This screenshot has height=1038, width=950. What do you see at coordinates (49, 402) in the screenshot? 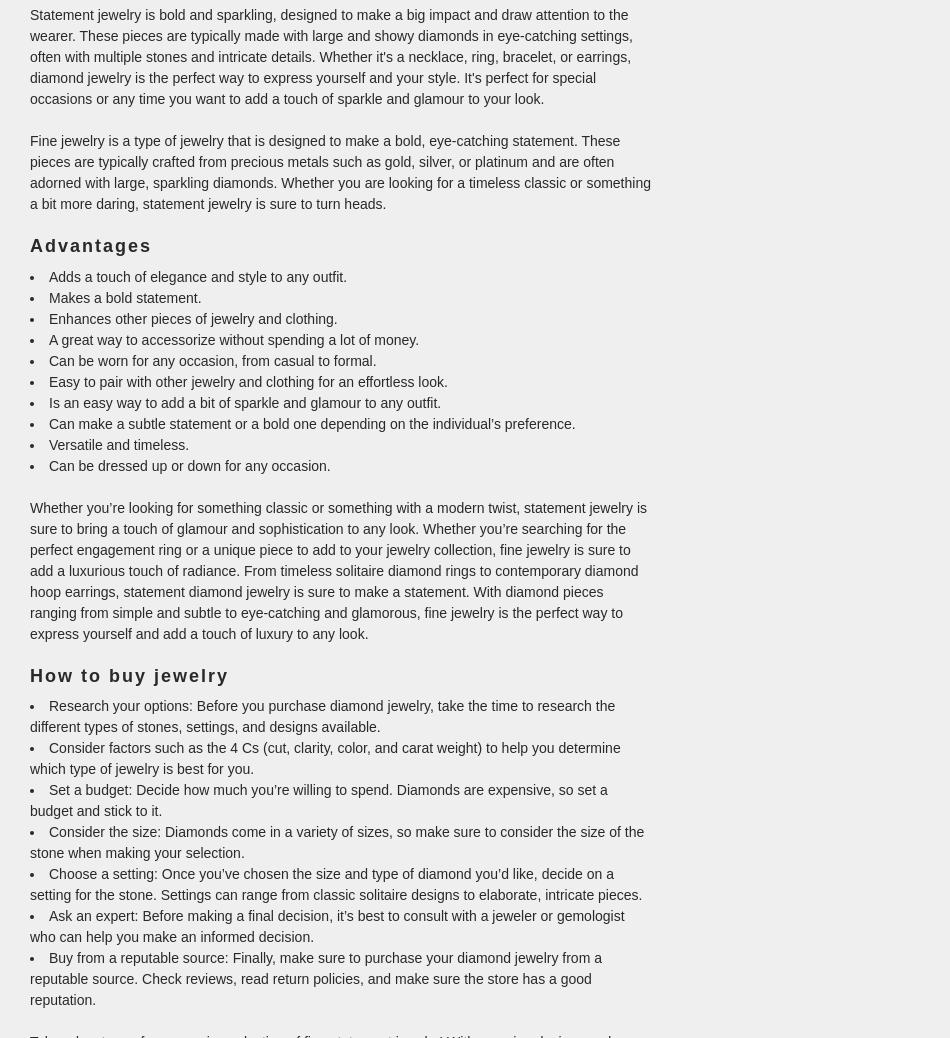
I see `'Is an easy way to add a bit of sparkle and glamour to any outfit.'` at bounding box center [49, 402].